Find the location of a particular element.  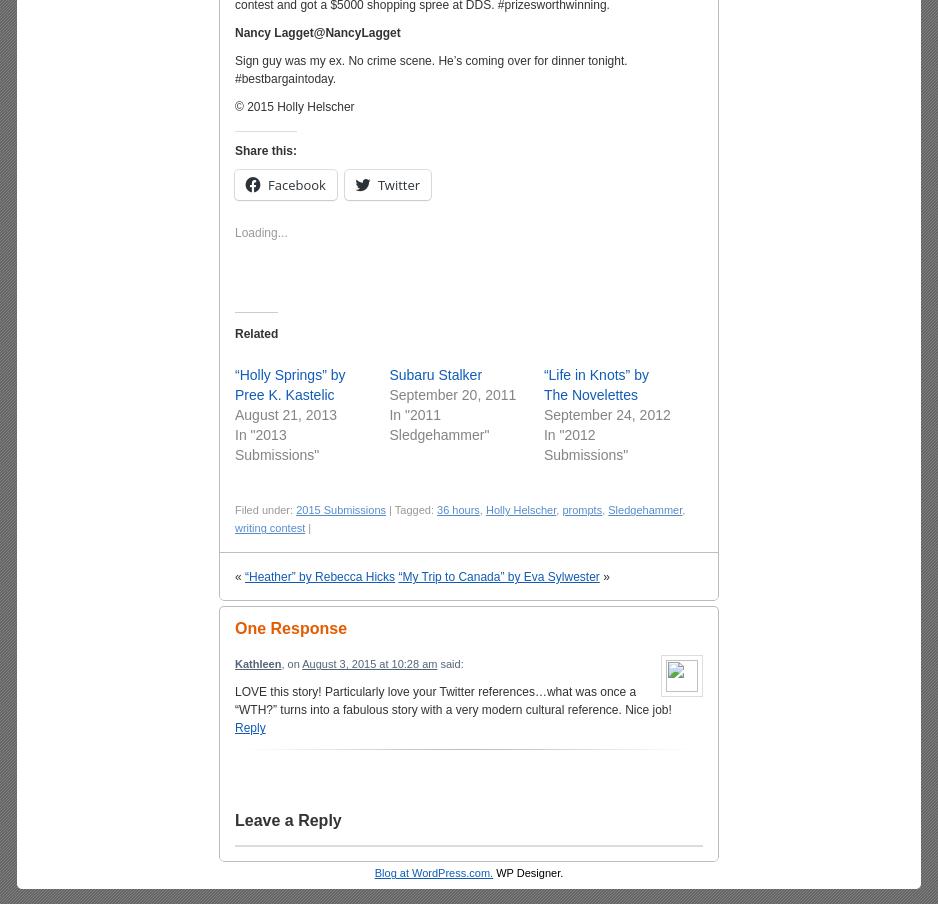

'One Response' is located at coordinates (290, 628).